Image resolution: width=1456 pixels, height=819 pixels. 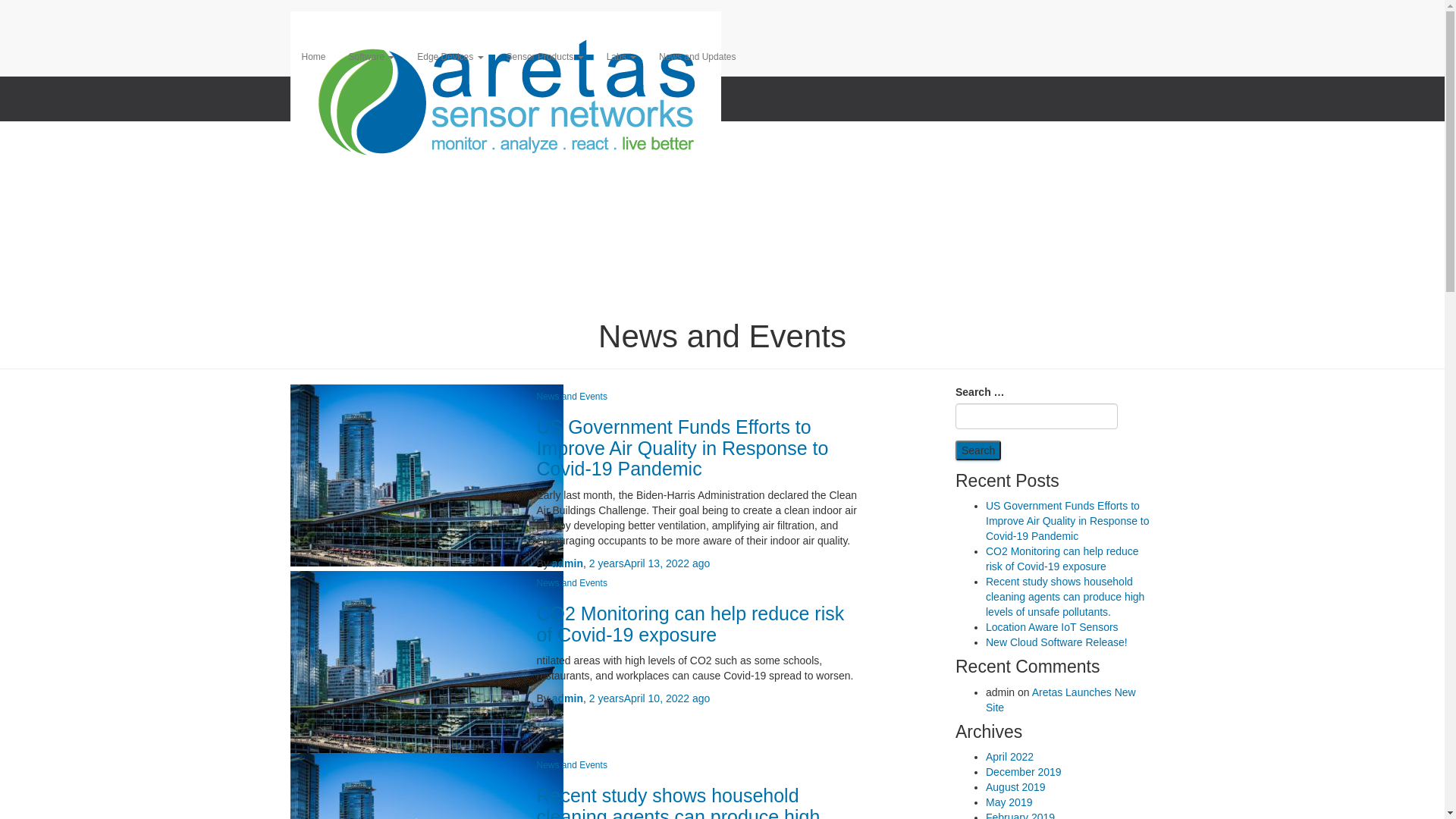 What do you see at coordinates (1009, 757) in the screenshot?
I see `'April 2022'` at bounding box center [1009, 757].